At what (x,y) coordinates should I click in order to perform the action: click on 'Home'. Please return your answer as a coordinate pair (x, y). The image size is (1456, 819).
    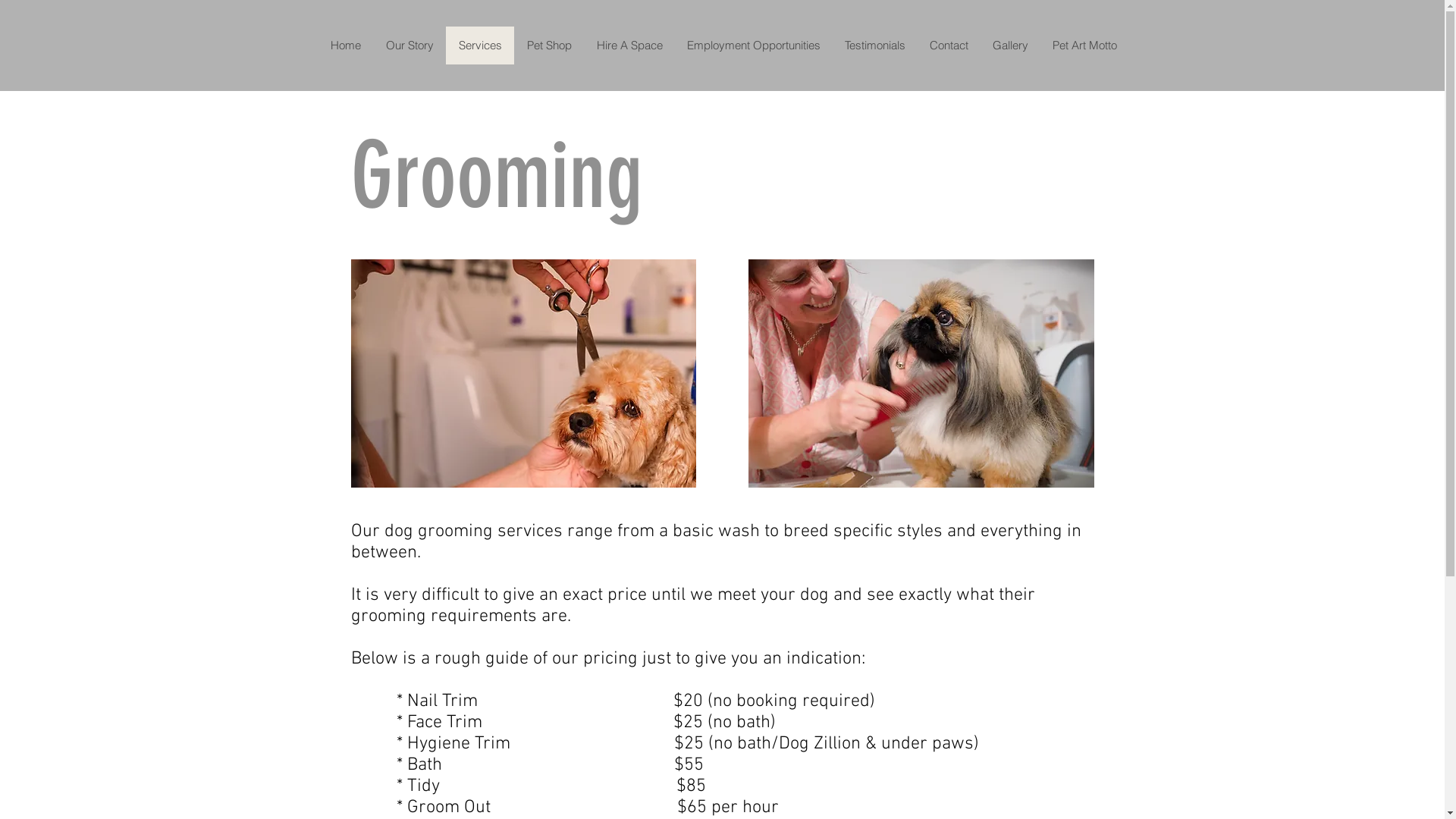
    Looking at the image, I should click on (345, 45).